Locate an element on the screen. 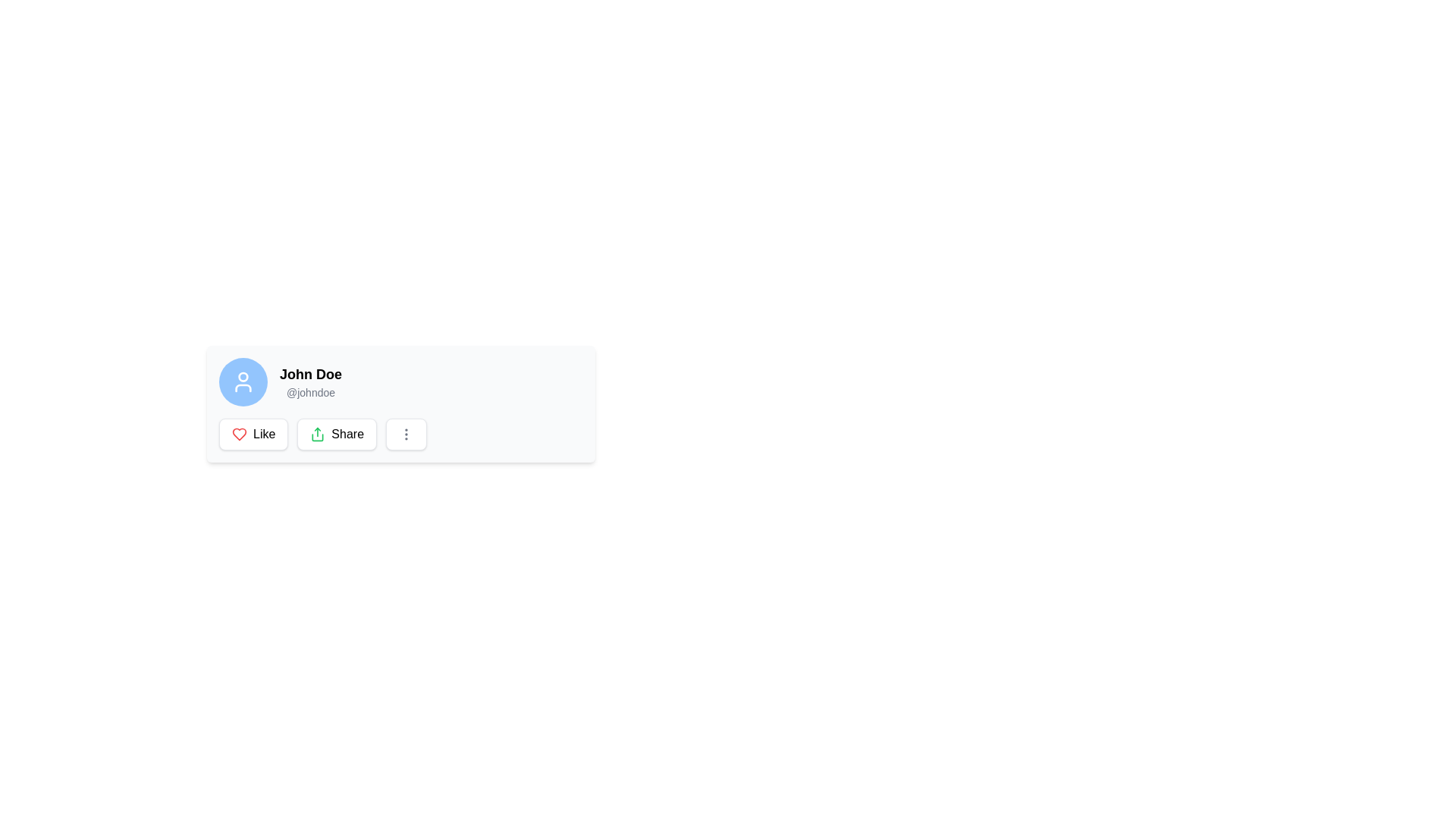 This screenshot has width=1456, height=819. the Circle SVG element that represents a decorative or functional aspect of the user profile avatar, located near the center of the avatar icon is located at coordinates (243, 376).